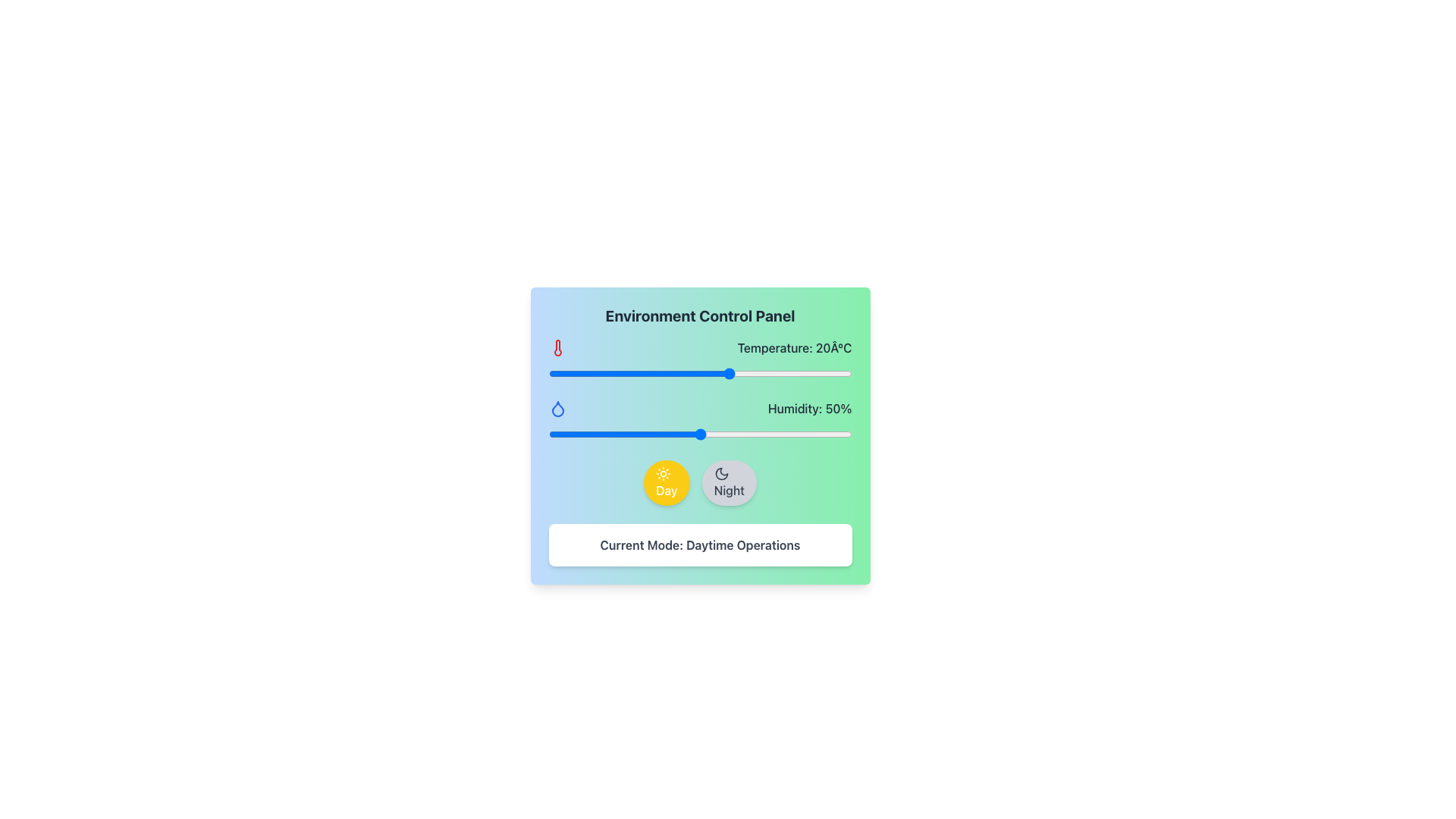 This screenshot has height=819, width=1456. What do you see at coordinates (699, 374) in the screenshot?
I see `the handle of the blue temperature range slider located below the label 'Temperature: 20°C'` at bounding box center [699, 374].